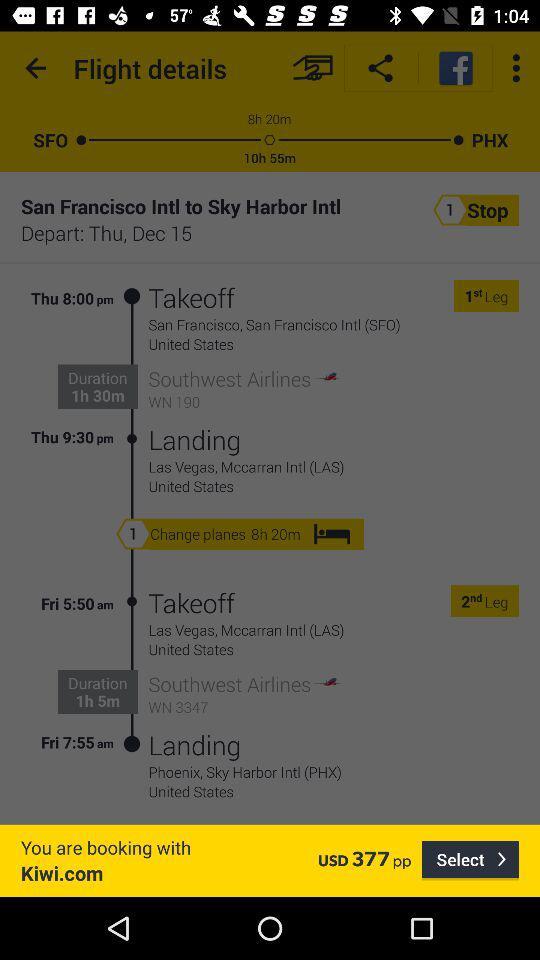 This screenshot has height=960, width=540. I want to click on payment information, so click(312, 68).